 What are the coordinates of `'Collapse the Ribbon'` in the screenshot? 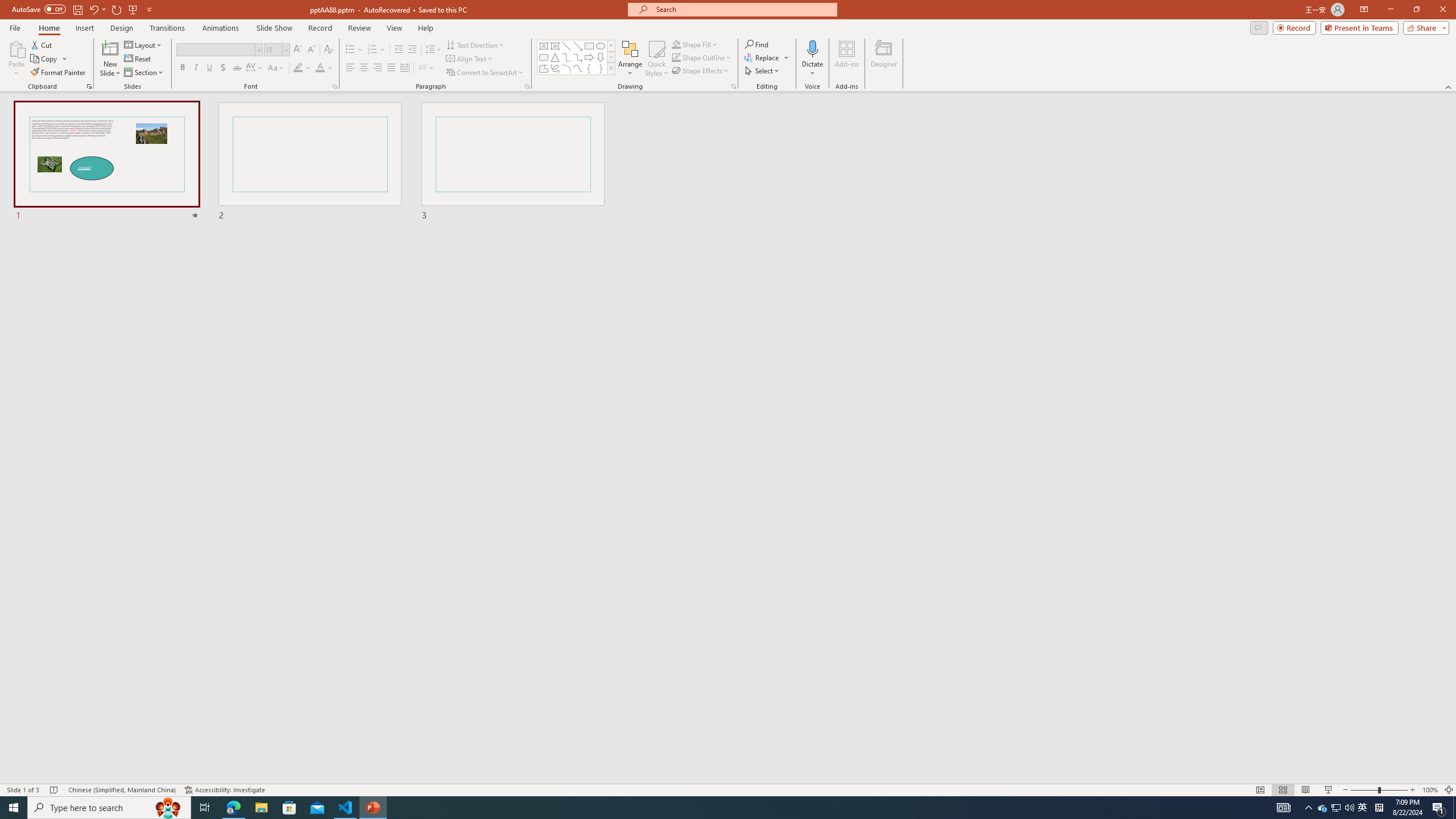 It's located at (1449, 87).